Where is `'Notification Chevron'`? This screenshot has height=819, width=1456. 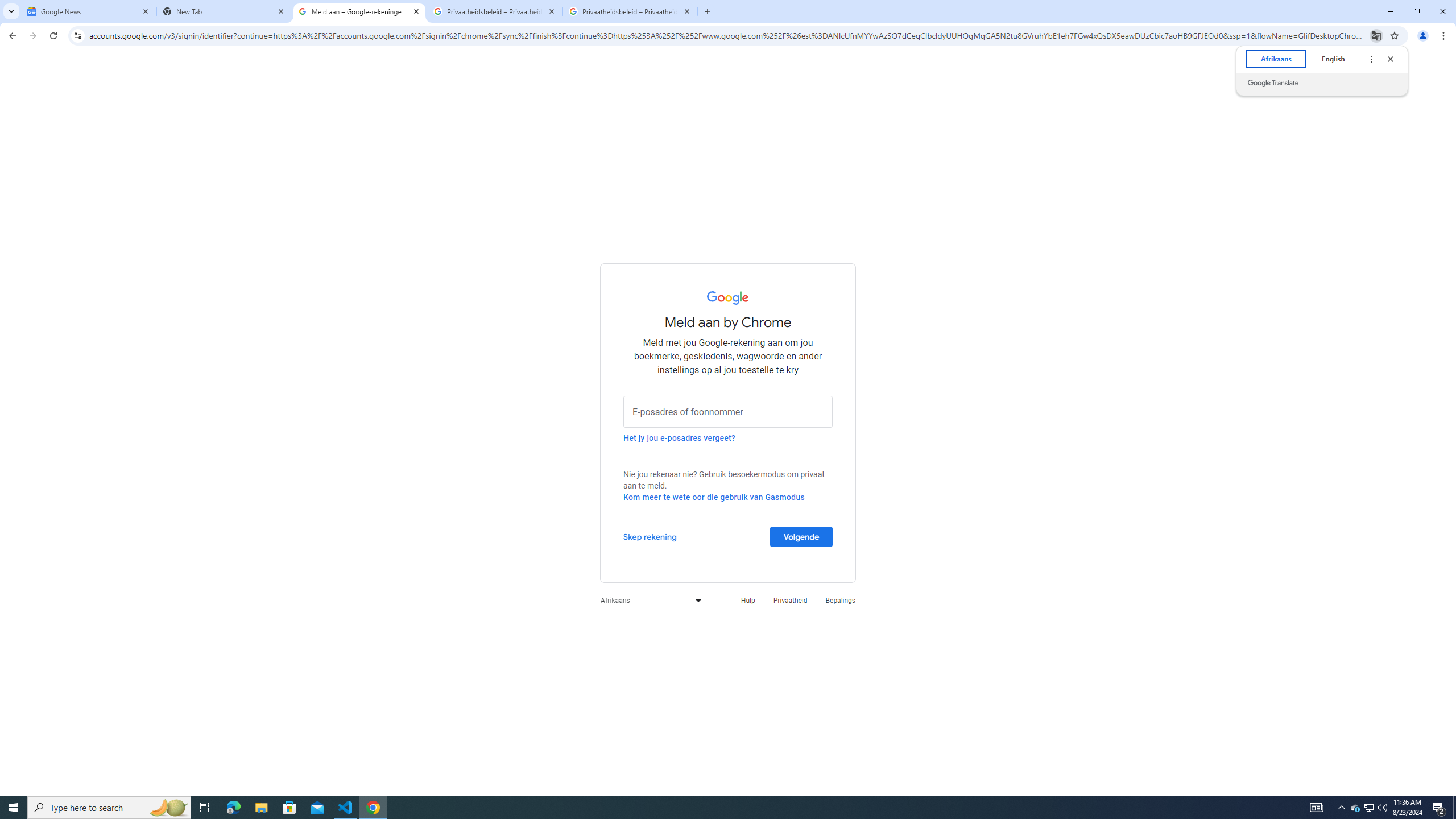 'Notification Chevron' is located at coordinates (1355, 806).